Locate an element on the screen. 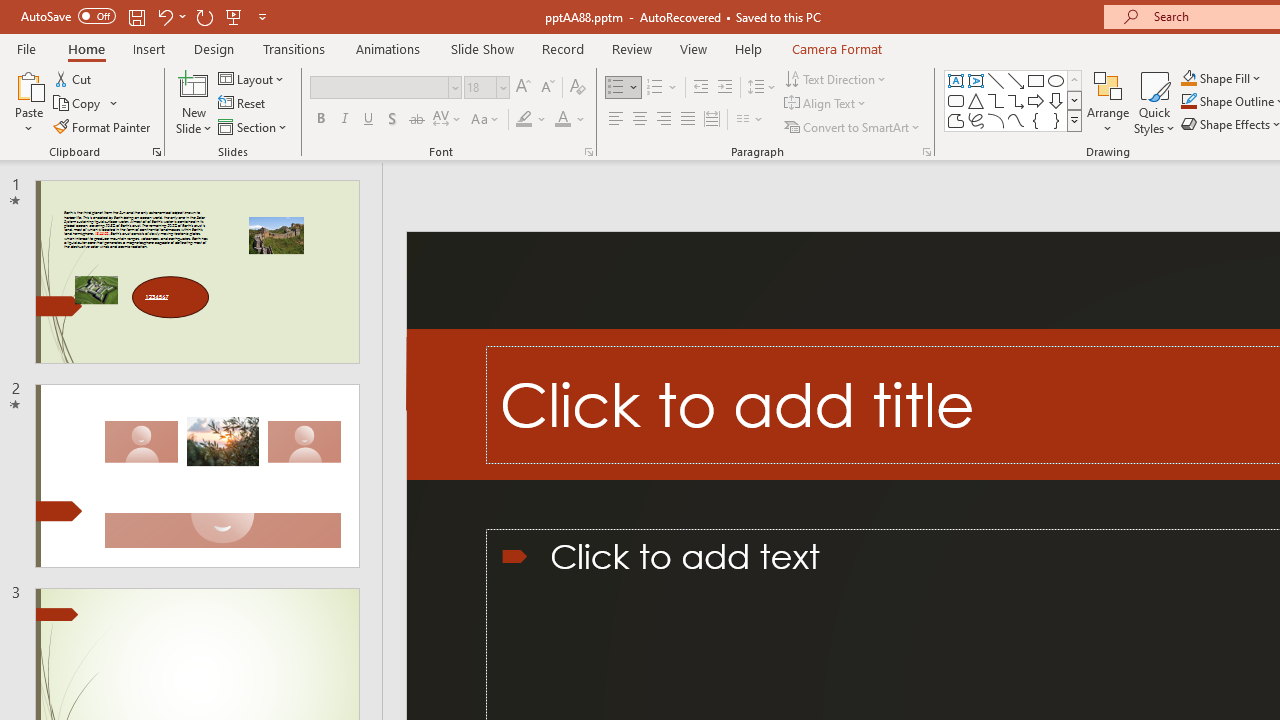 The width and height of the screenshot is (1280, 720). 'Strikethrough' is located at coordinates (415, 119).